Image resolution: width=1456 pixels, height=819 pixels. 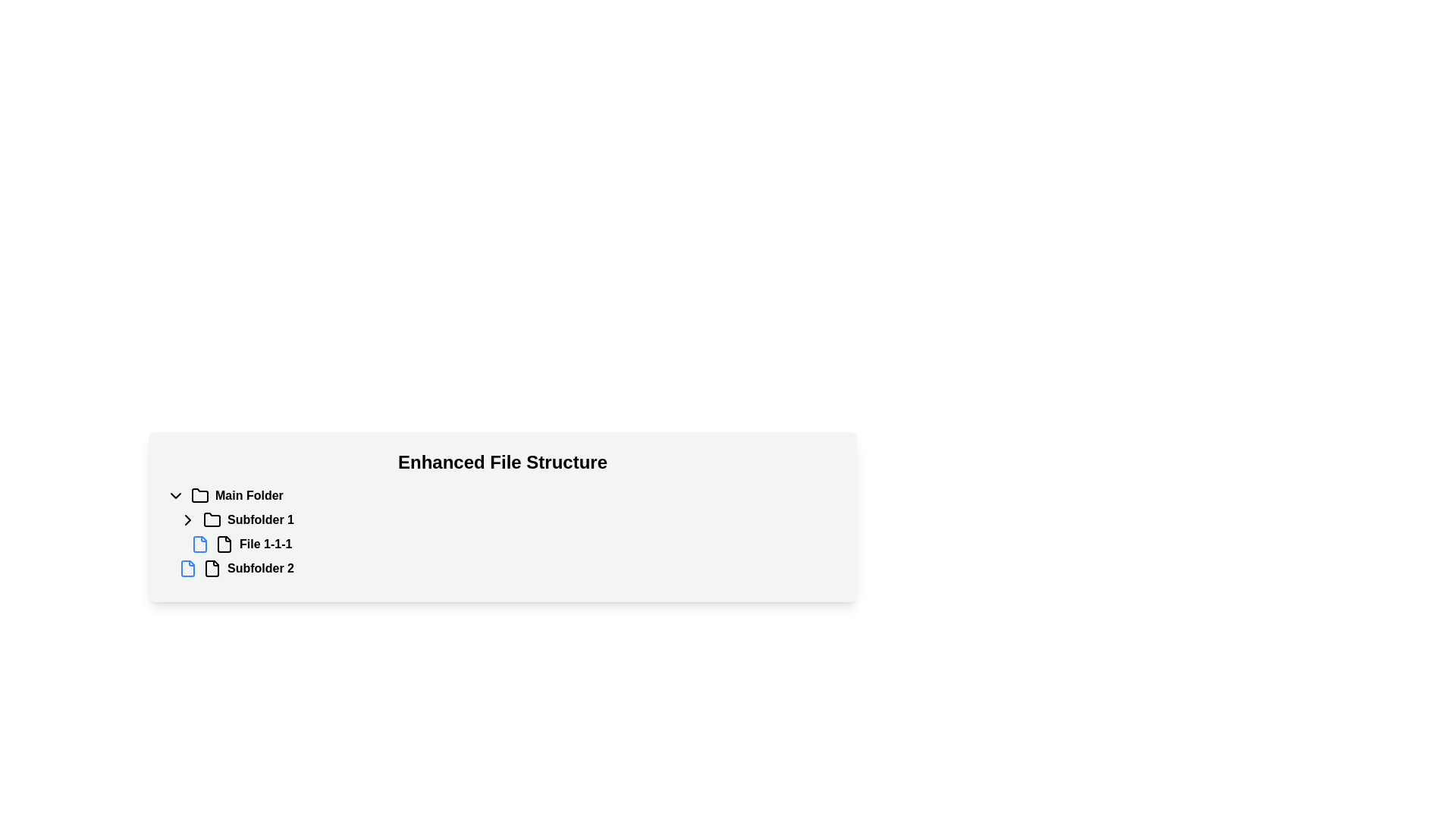 I want to click on the bold, underlined text reading 'File 1-1-1' in the file structure menu, which is positioned below 'Subfolder 1', so click(x=265, y=543).